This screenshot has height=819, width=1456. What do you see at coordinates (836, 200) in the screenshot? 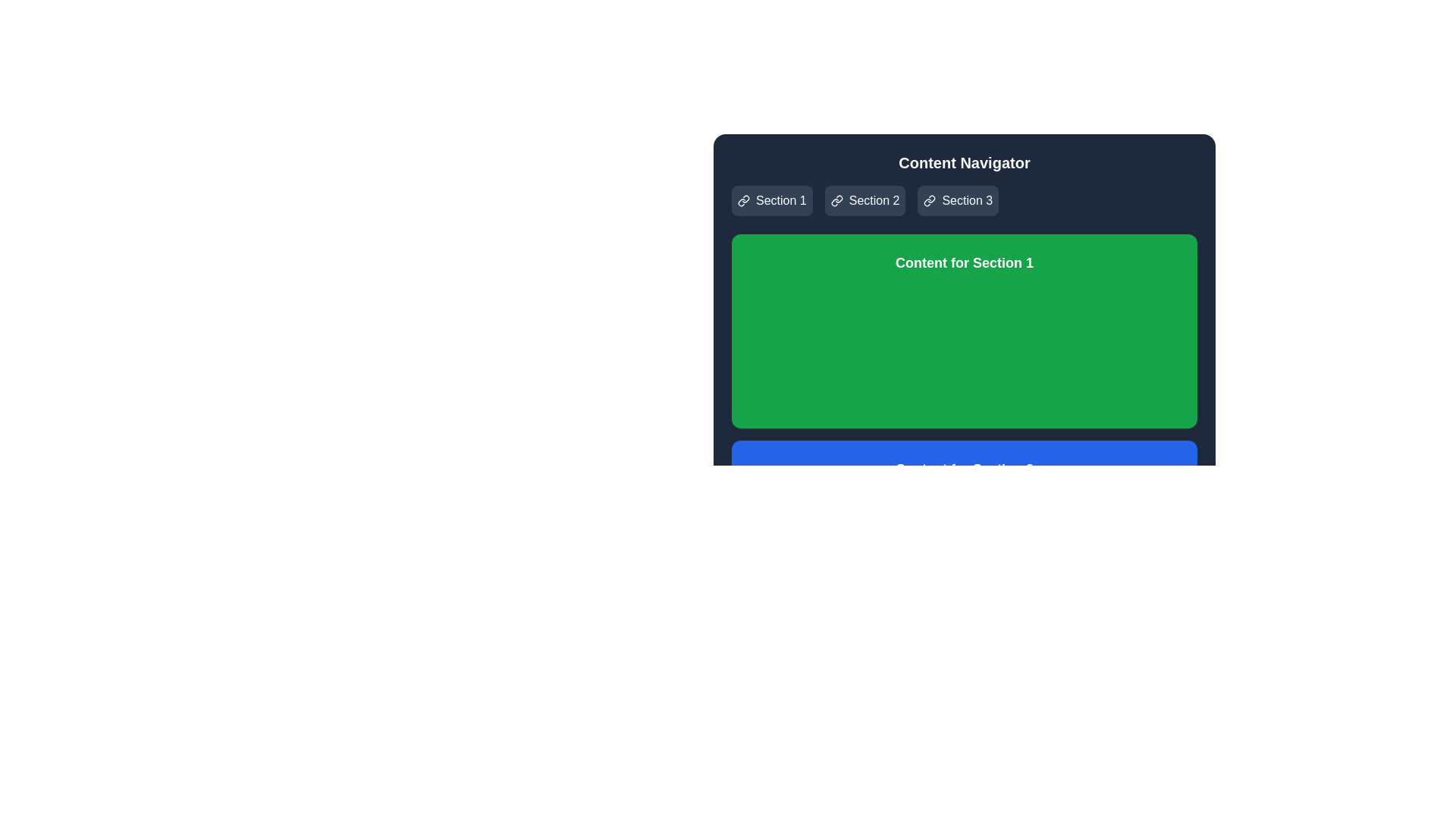
I see `the hyperlink icon located in the header navigation bar preceding the 'Section 2' text to interact with it, as it is associated with the functionality of the 'Section 2' link` at bounding box center [836, 200].